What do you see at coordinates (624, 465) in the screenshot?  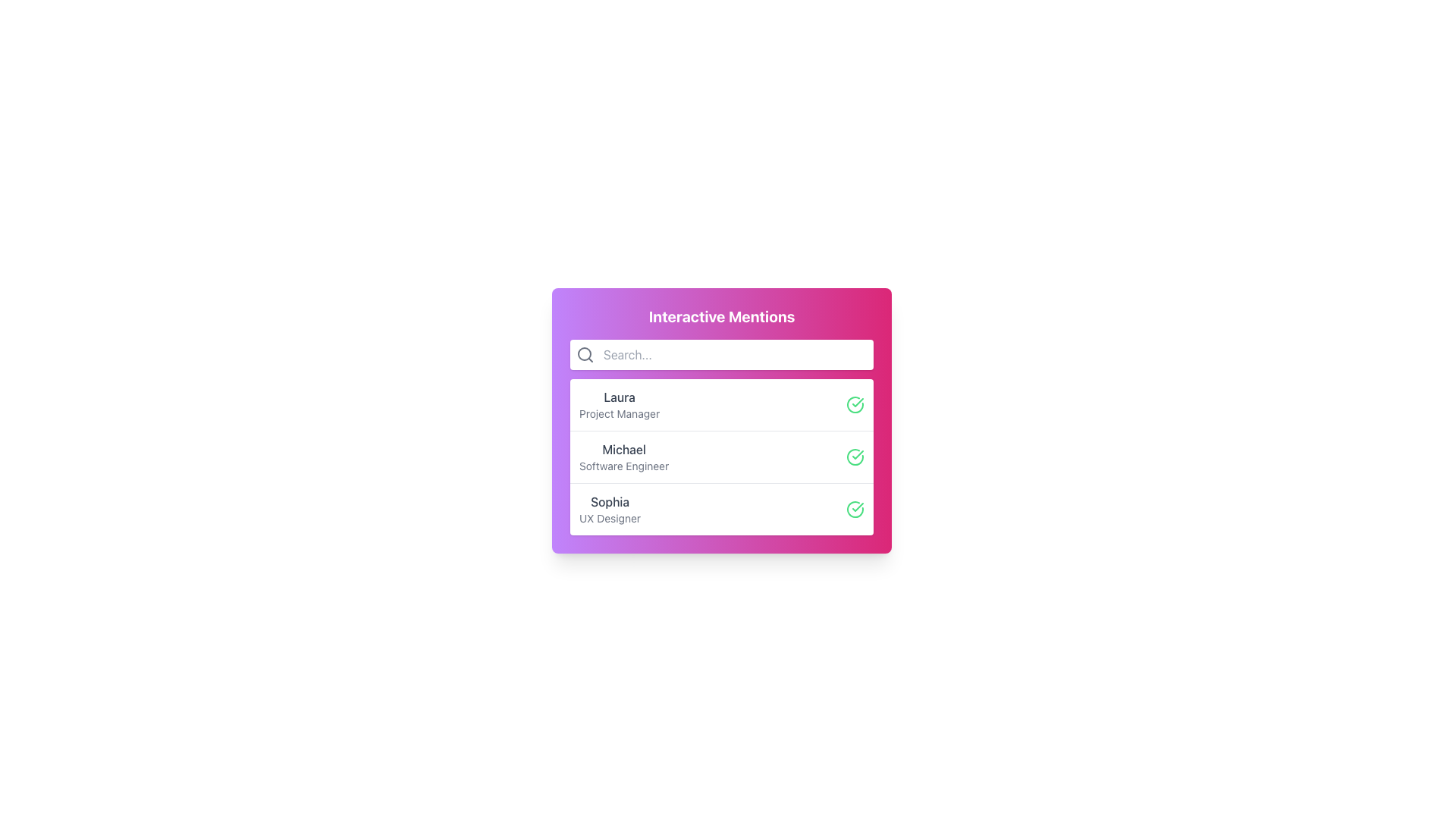 I see `text from the text label displaying 'Software Engineer', which is styled in gray and positioned below the name 'Michael'` at bounding box center [624, 465].